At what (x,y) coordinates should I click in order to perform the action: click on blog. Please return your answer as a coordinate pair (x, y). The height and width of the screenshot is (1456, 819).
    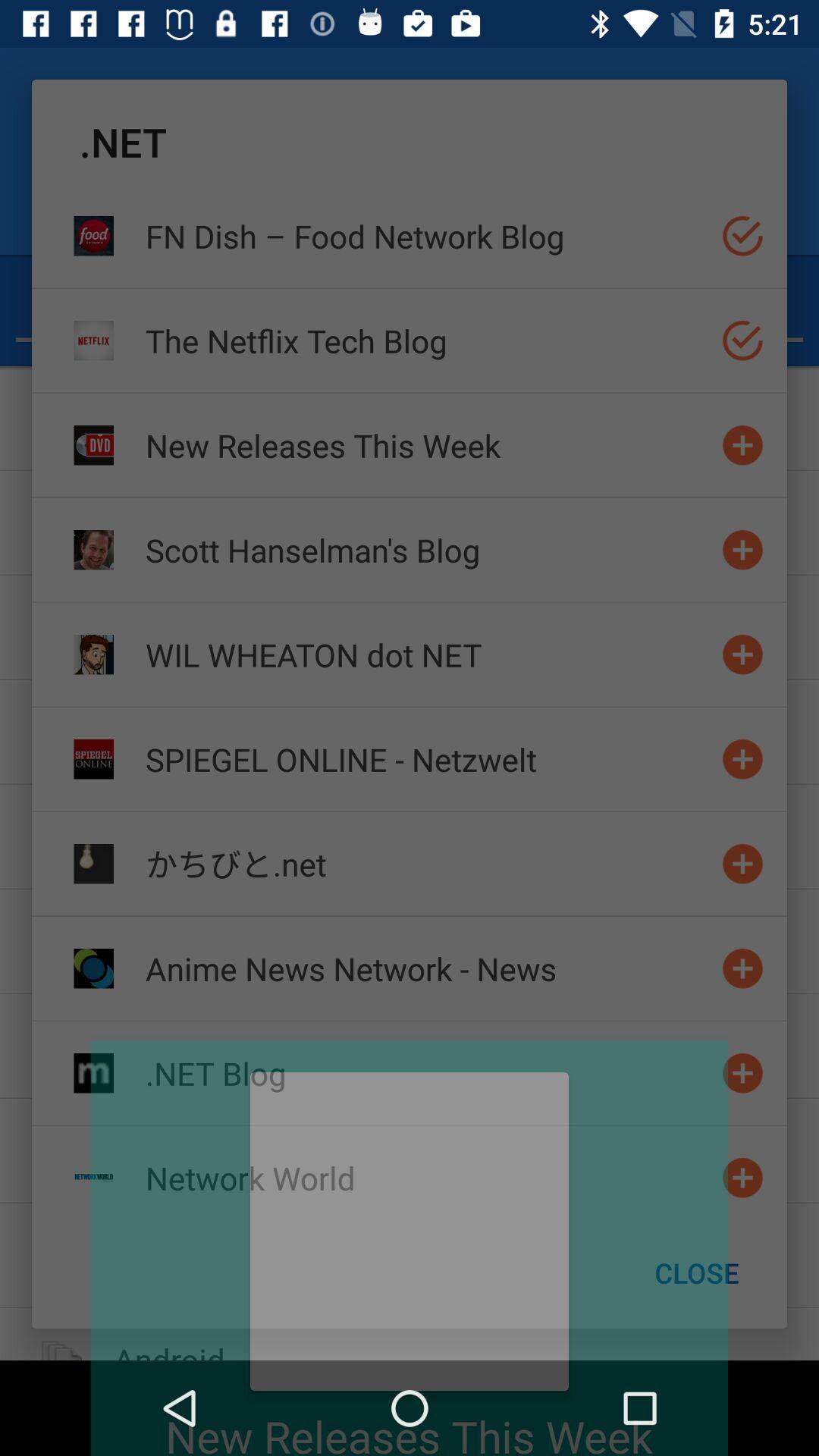
    Looking at the image, I should click on (742, 1072).